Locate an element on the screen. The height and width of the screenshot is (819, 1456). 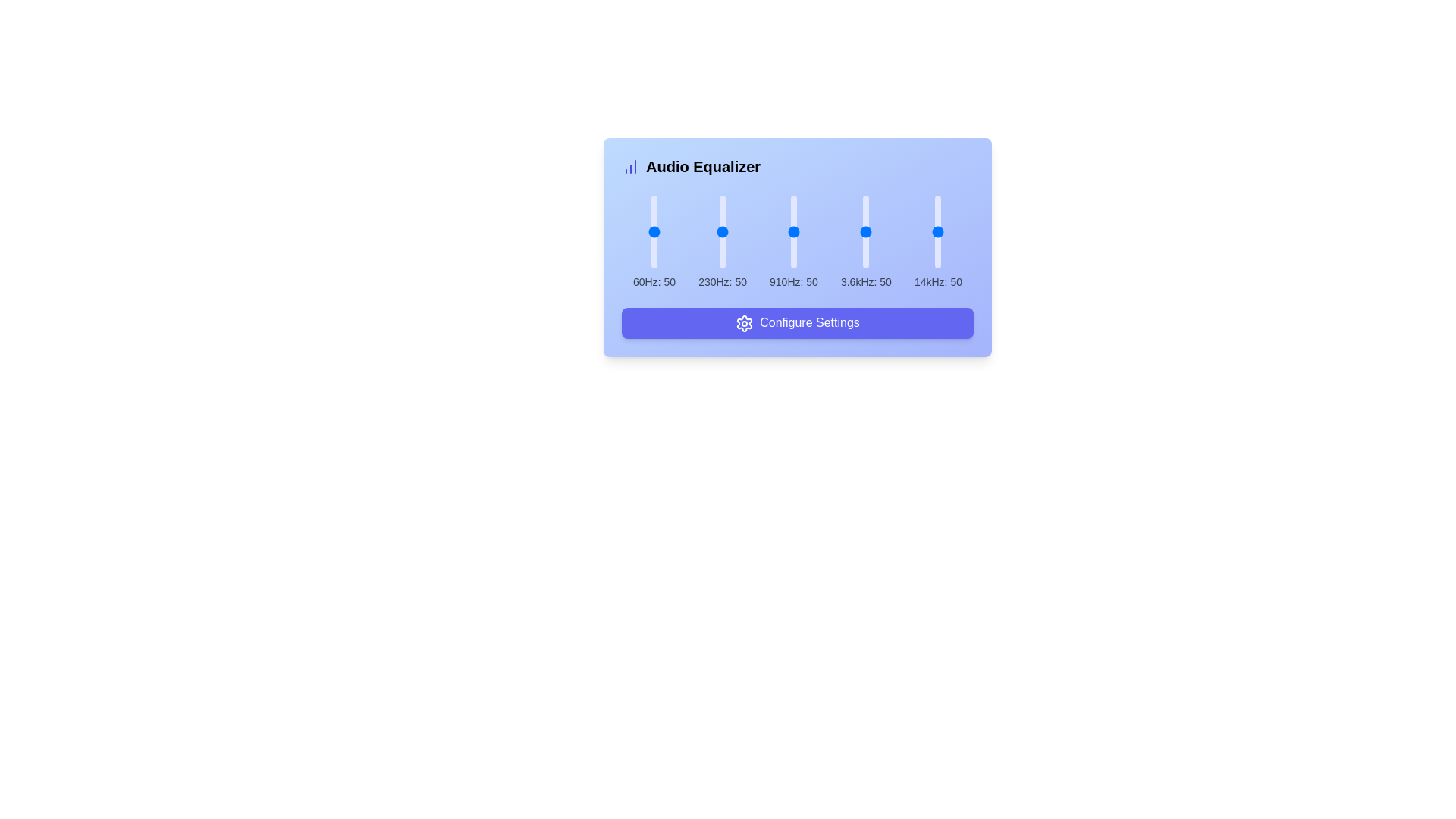
the slider value is located at coordinates (937, 195).